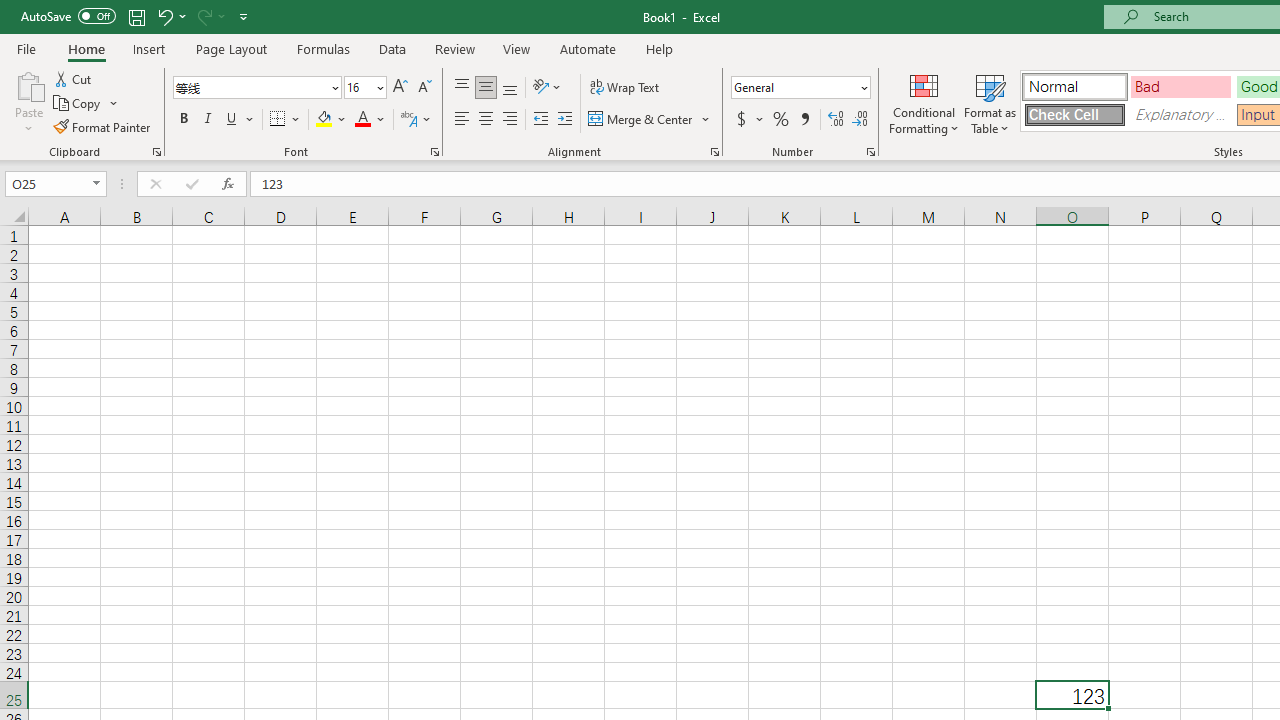  Describe the element at coordinates (461, 86) in the screenshot. I see `'Top Align'` at that location.